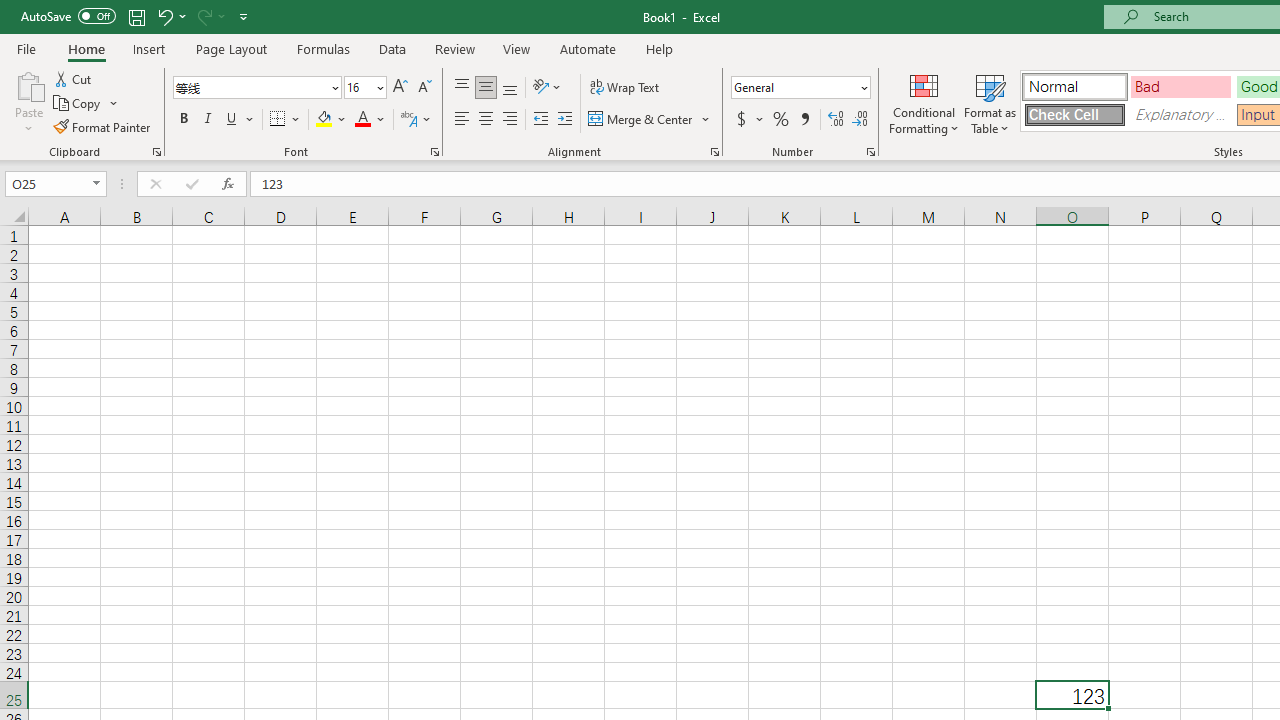  Describe the element at coordinates (461, 86) in the screenshot. I see `'Top Align'` at that location.